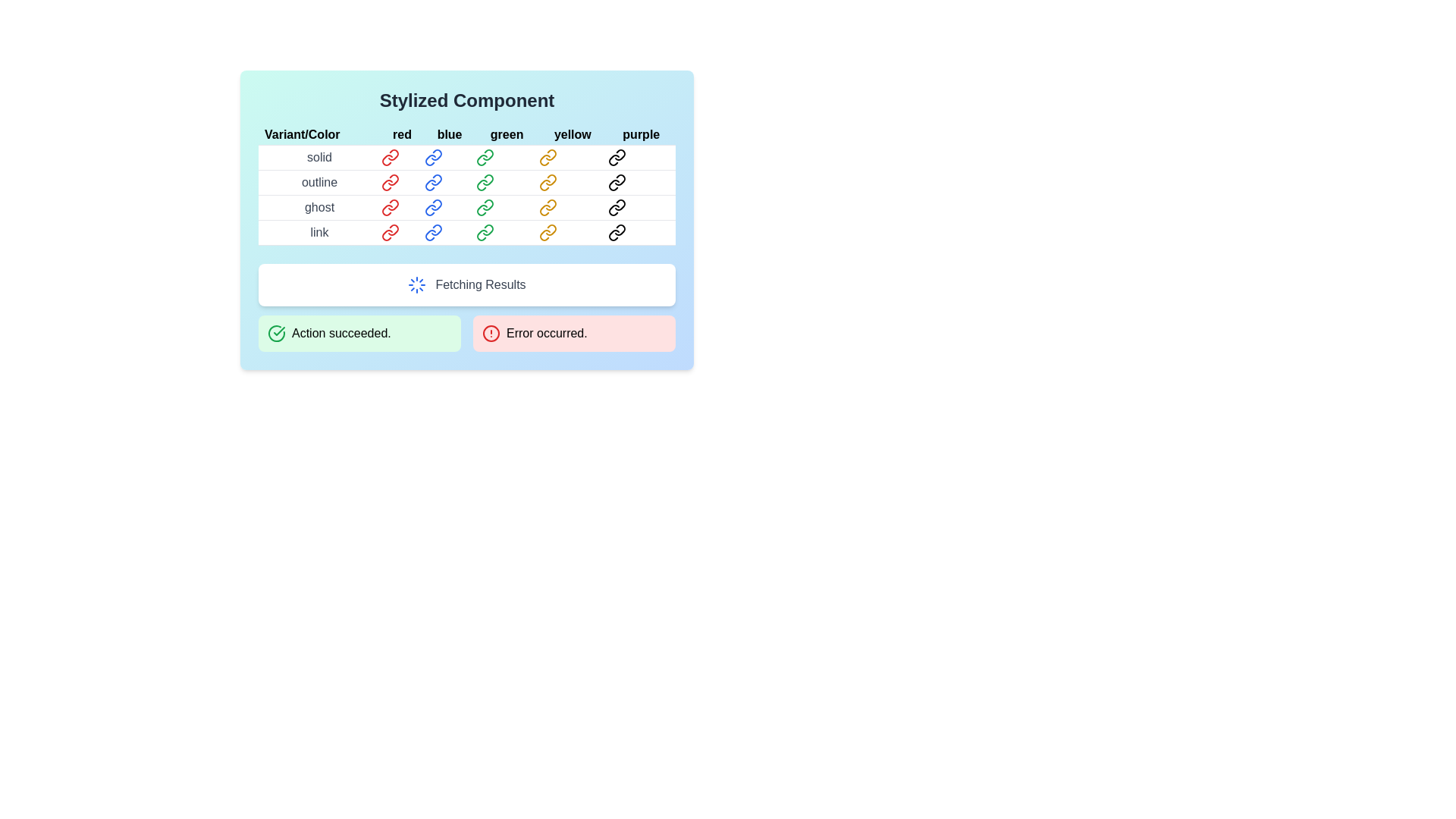 This screenshot has width=1456, height=819. I want to click on the SVG icon styled as a link located in the third position of the top row under the 'green' column in the main table, so click(485, 158).